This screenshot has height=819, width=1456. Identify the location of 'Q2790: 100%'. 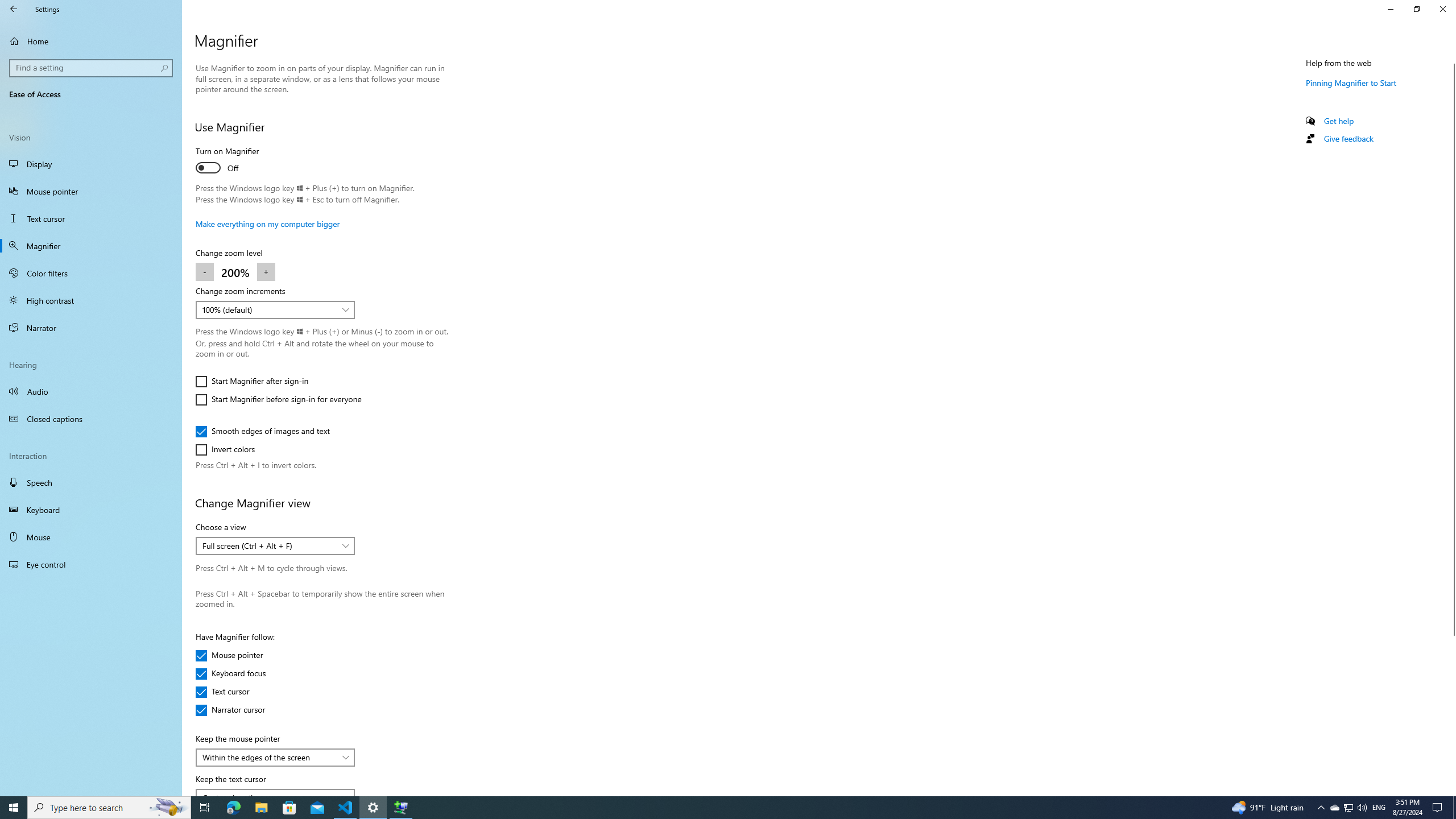
(1361, 806).